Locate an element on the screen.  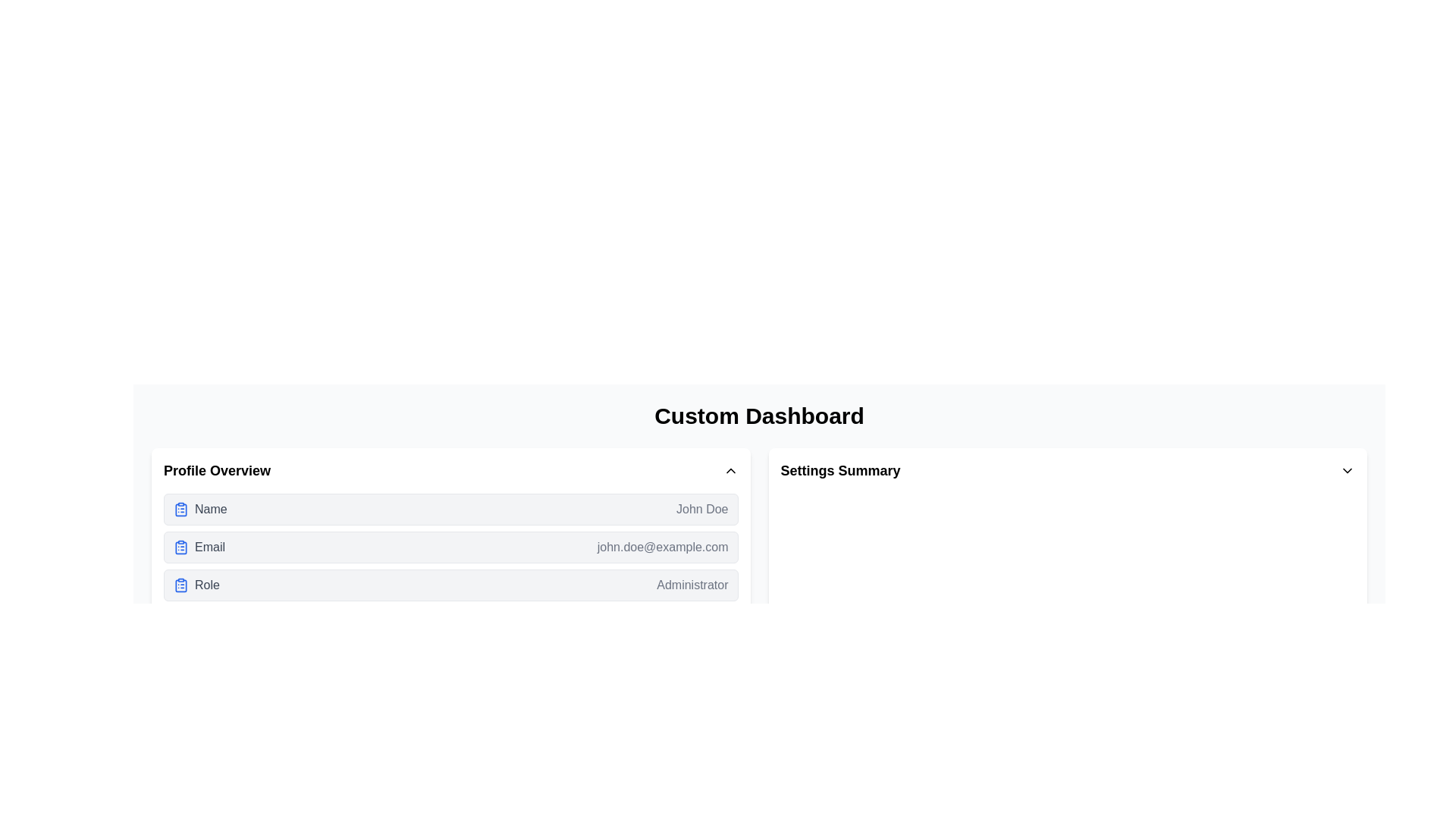
the 'Email' list item row in the user profile section for additional actions is located at coordinates (450, 547).